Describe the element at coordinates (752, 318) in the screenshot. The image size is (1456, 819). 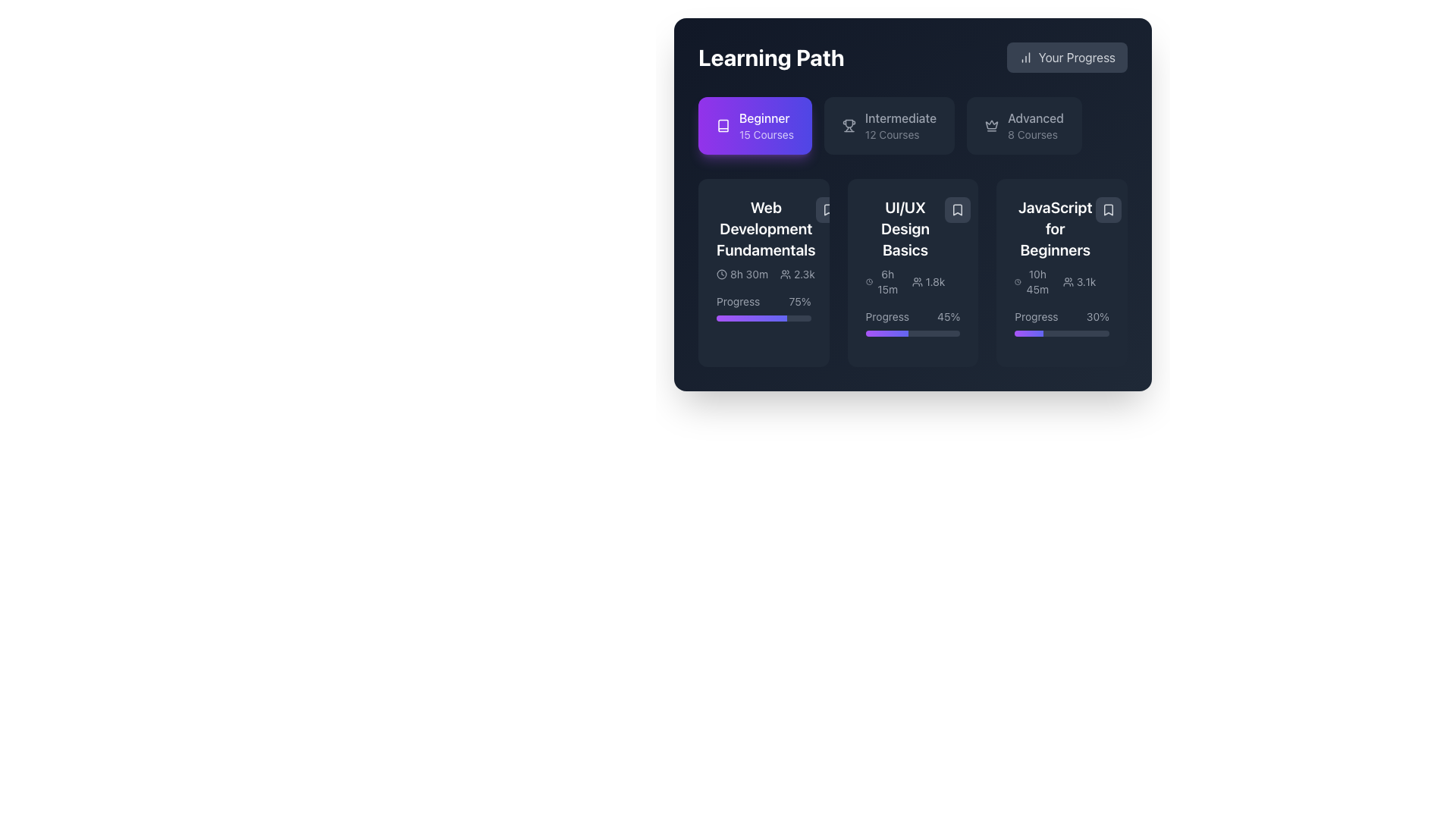
I see `the progress bar segment styled with a gradient transitioning from purple to indigo, indicating a value of 75% within the 'Web Development Fundamentals' card` at that location.